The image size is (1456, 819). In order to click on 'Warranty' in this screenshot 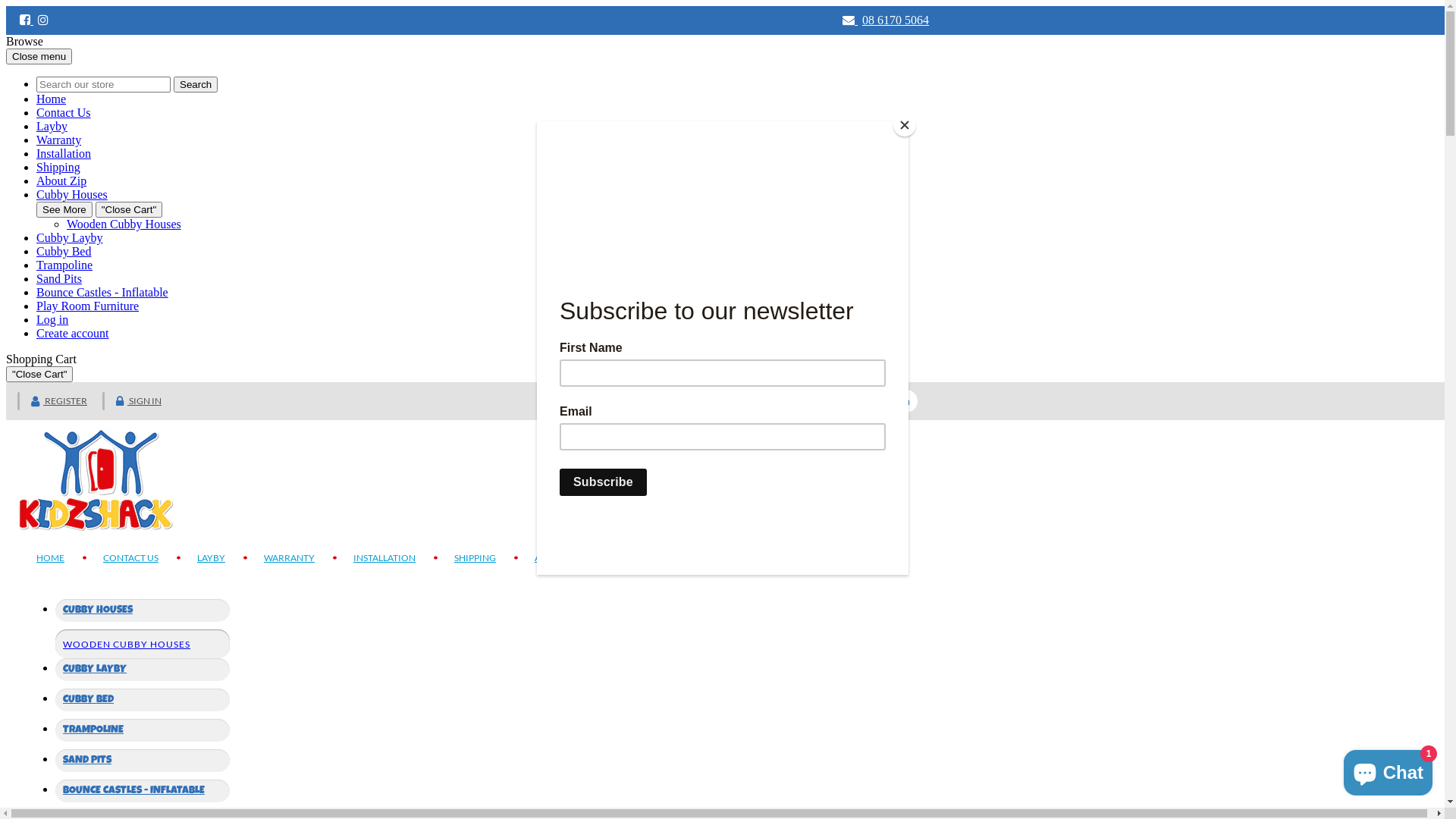, I will do `click(58, 140)`.